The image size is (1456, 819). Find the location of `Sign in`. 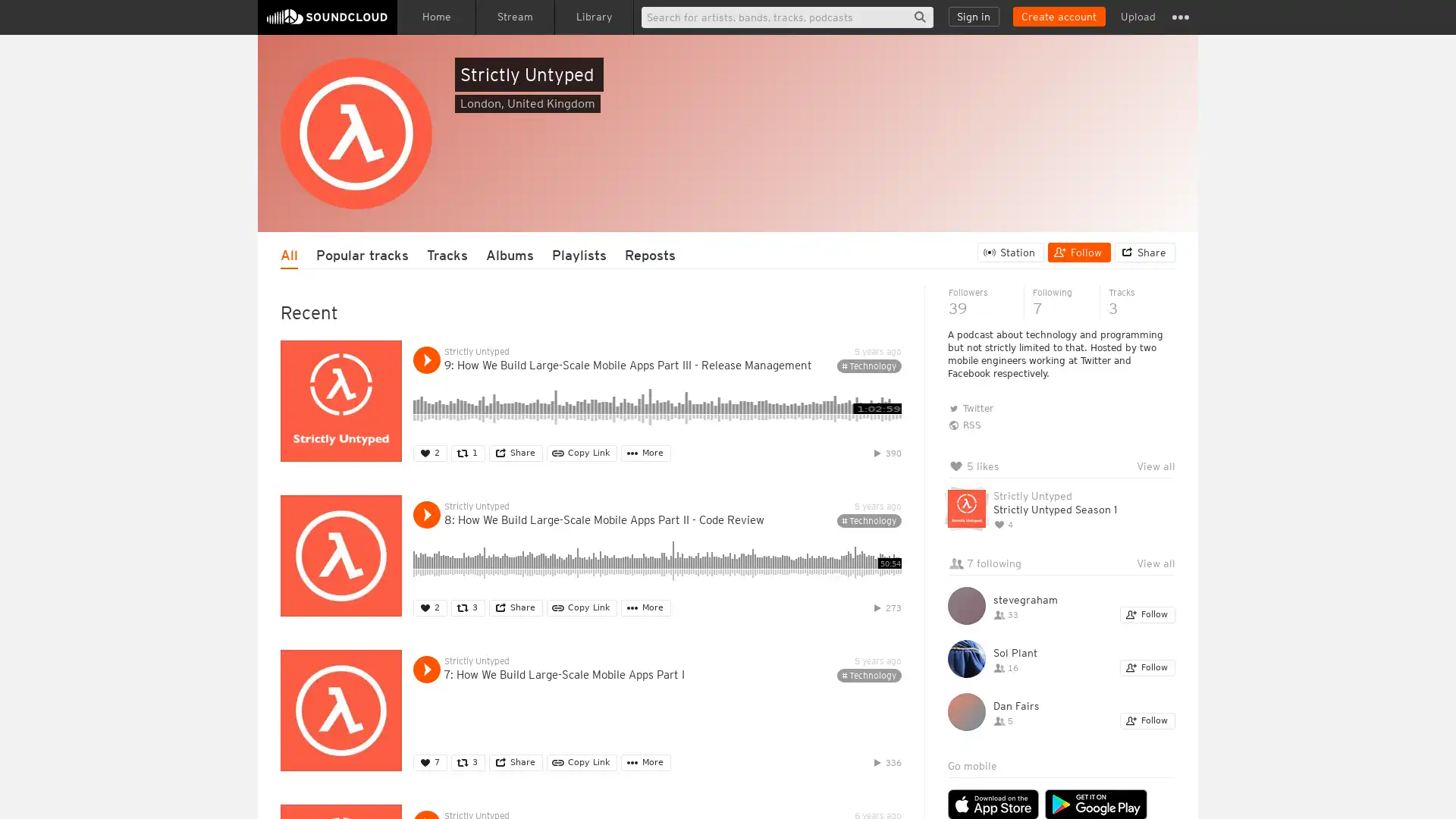

Sign in is located at coordinates (974, 17).